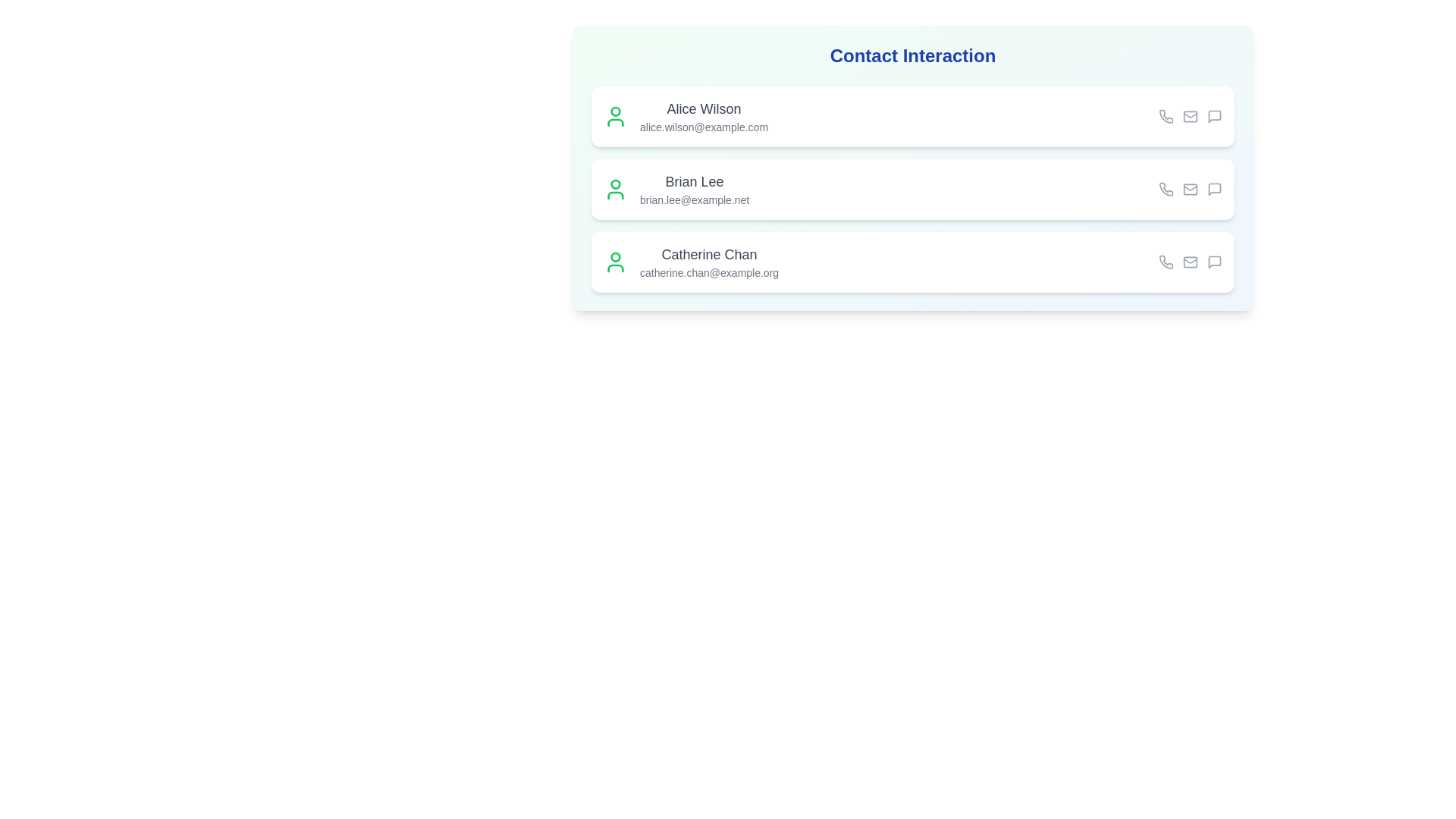  Describe the element at coordinates (615, 189) in the screenshot. I see `the user icon for the contact Brian Lee` at that location.